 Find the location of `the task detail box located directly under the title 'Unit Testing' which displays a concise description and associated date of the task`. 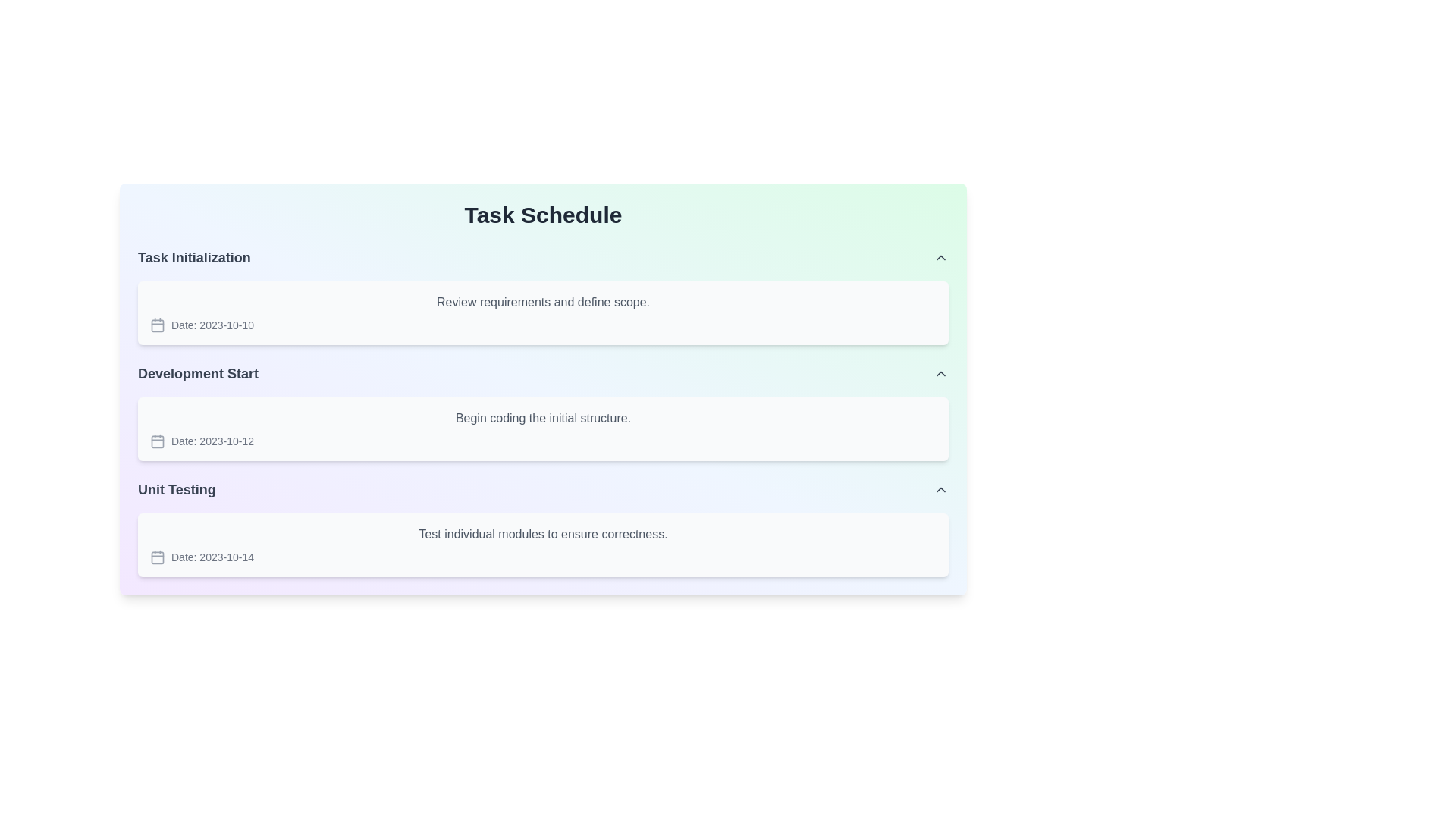

the task detail box located directly under the title 'Unit Testing' which displays a concise description and associated date of the task is located at coordinates (543, 544).